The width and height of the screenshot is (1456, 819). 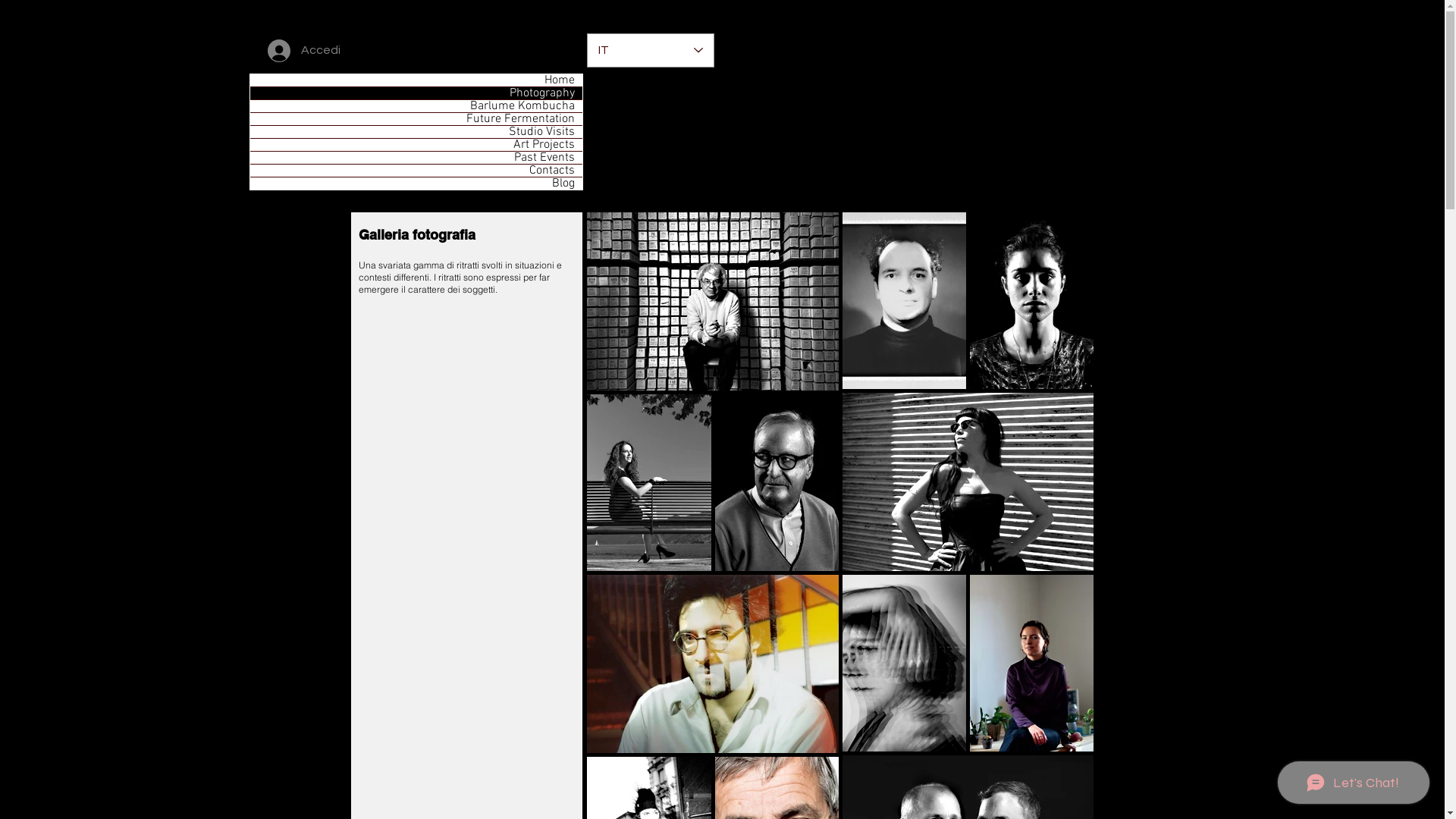 What do you see at coordinates (303, 49) in the screenshot?
I see `'Accedi'` at bounding box center [303, 49].